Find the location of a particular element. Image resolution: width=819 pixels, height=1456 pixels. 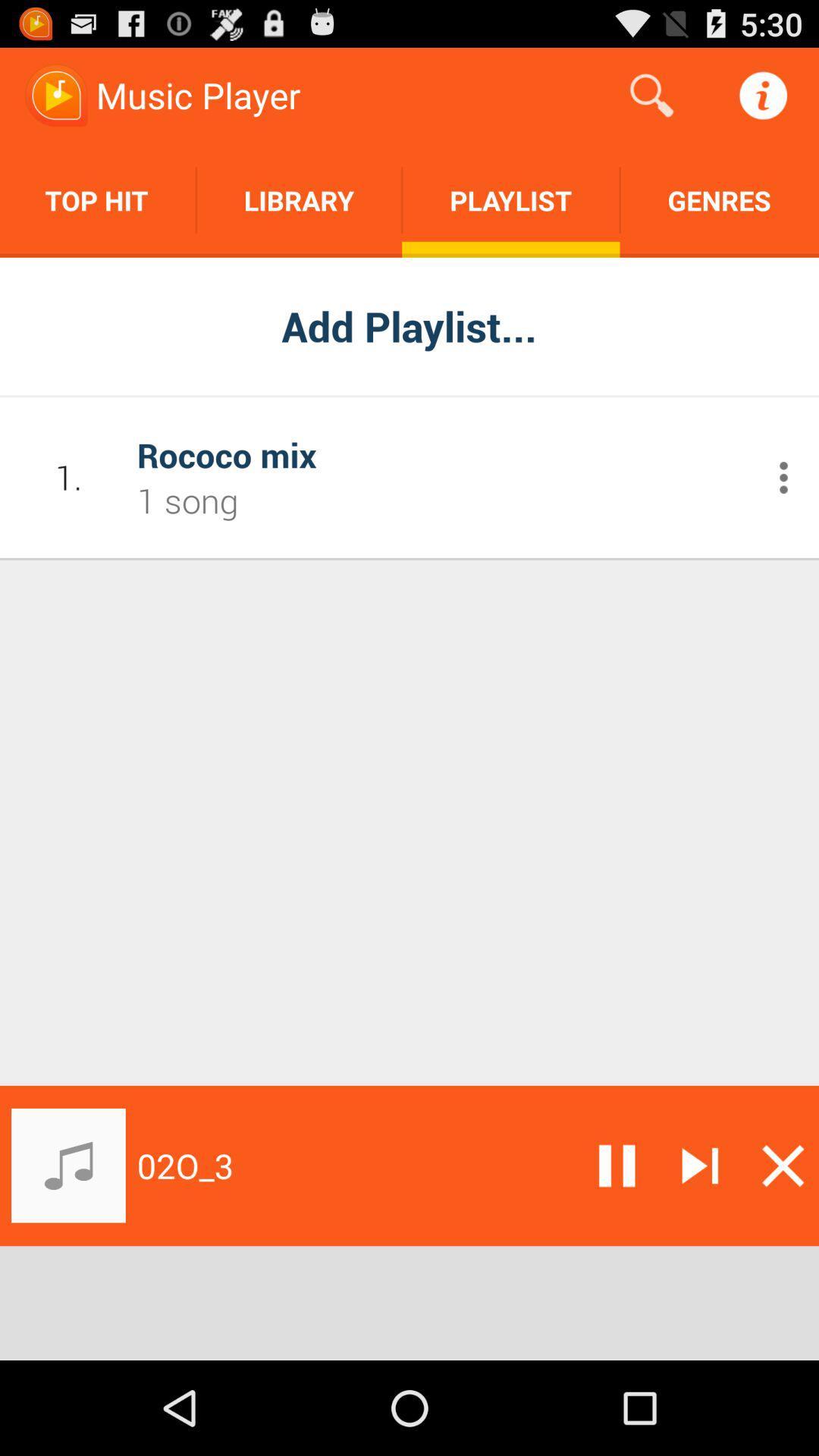

exit is located at coordinates (783, 1165).